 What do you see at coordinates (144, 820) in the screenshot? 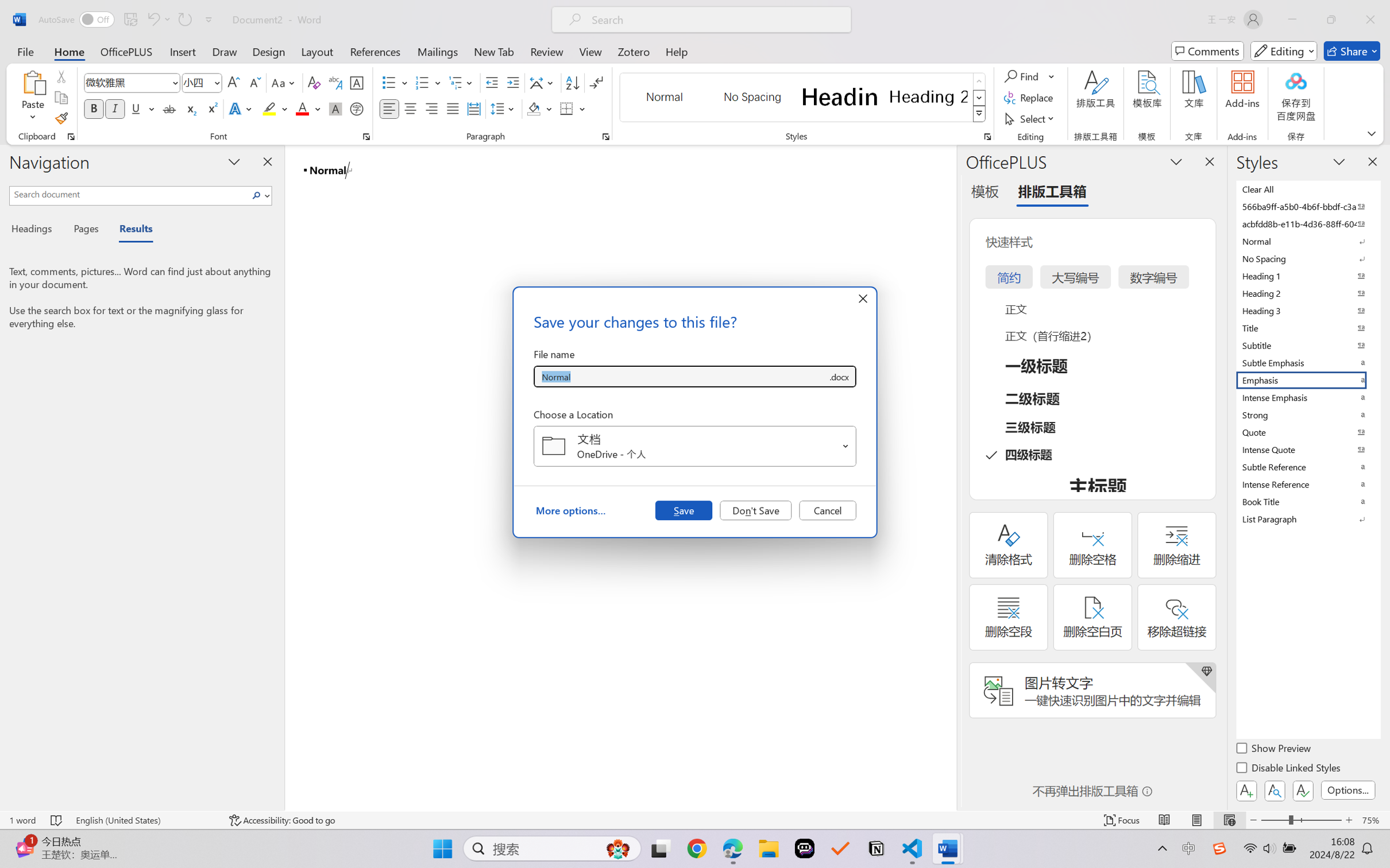
I see `'Language English (United States)'` at bounding box center [144, 820].